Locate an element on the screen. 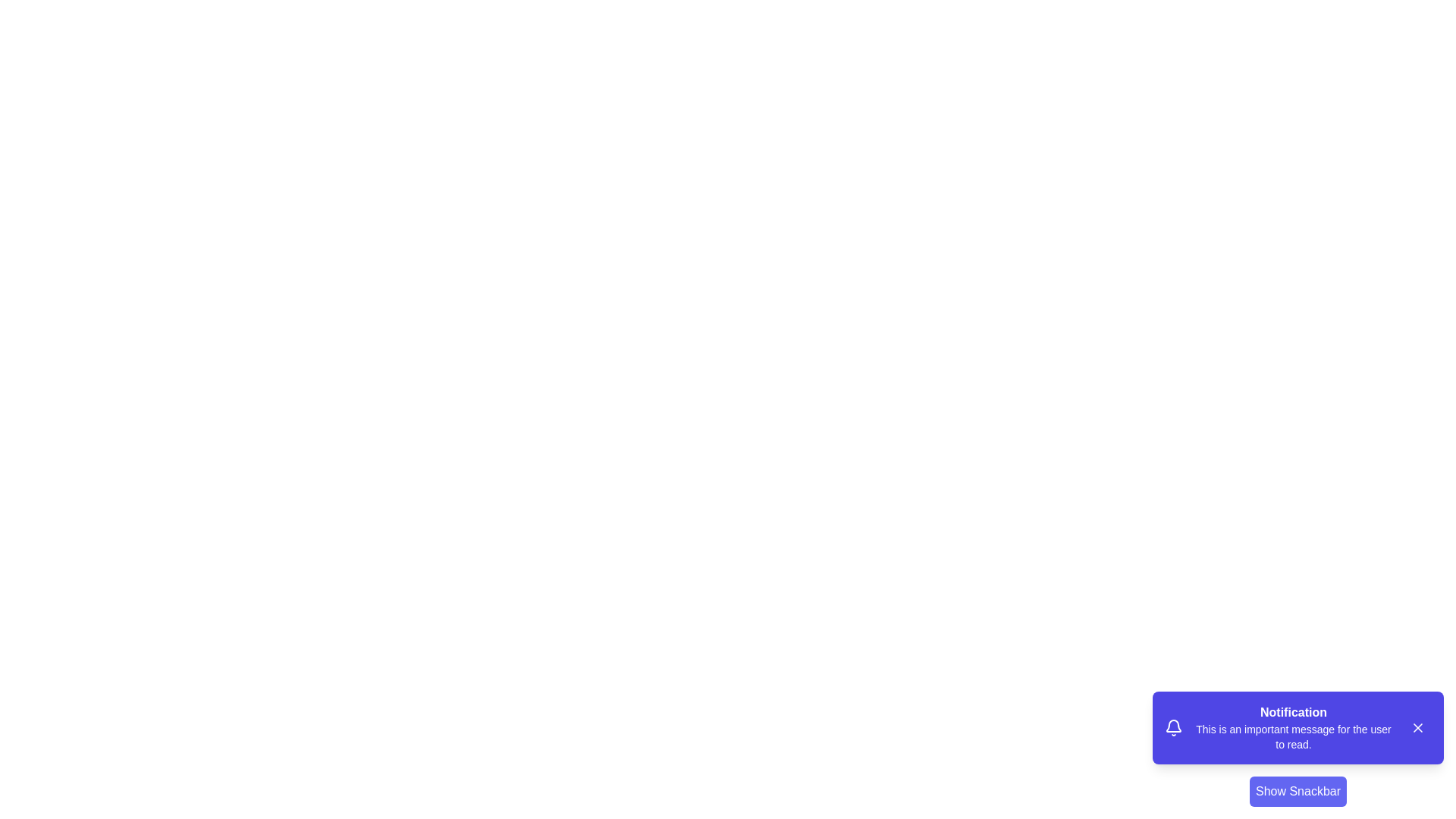 The width and height of the screenshot is (1456, 819). the close (dismiss) action button, which is an SVG graphic located in the top-right corner of the purple notification element to trigger a visual response is located at coordinates (1417, 727).